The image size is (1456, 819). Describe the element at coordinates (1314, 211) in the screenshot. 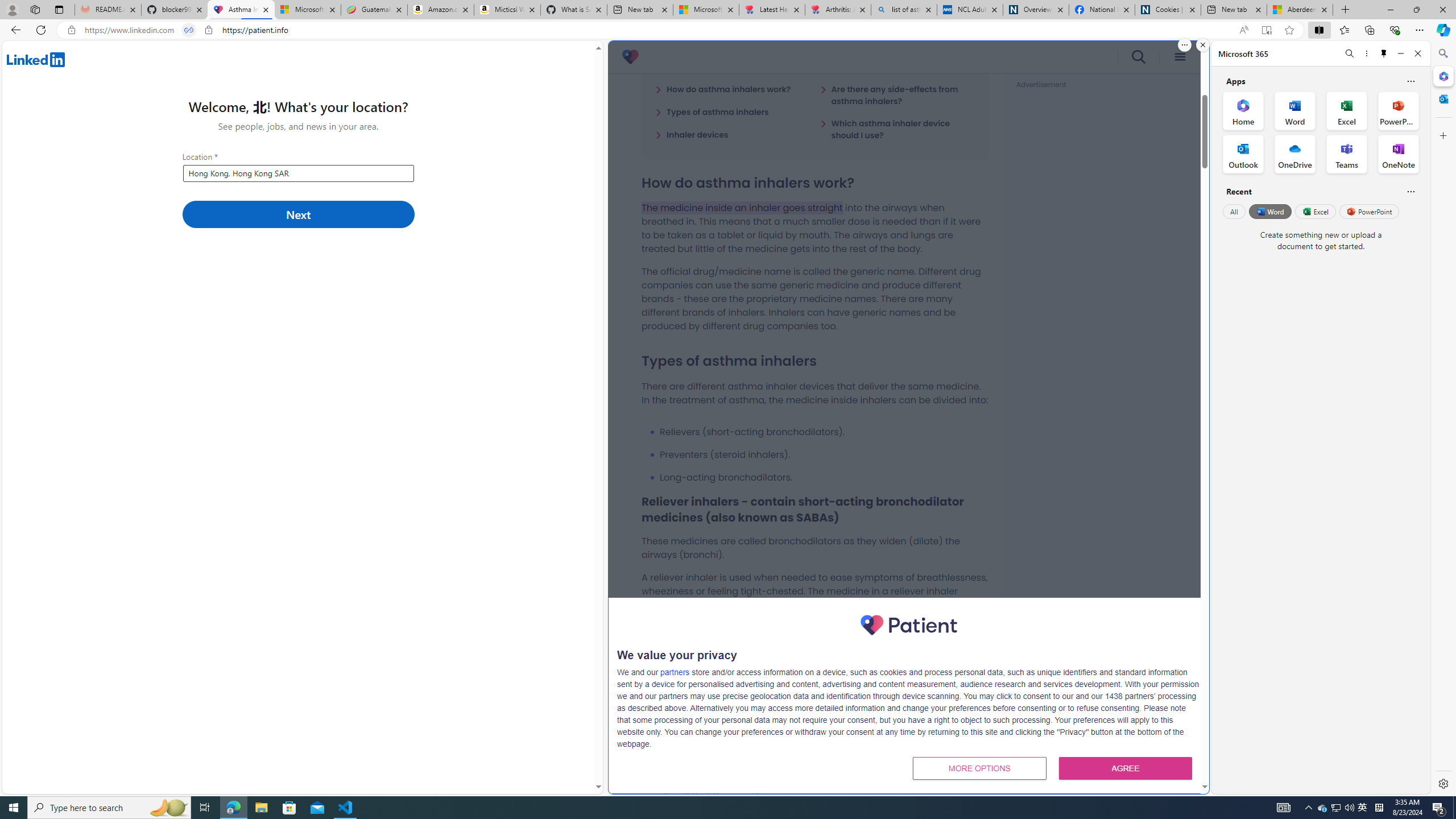

I see `'Excel'` at that location.